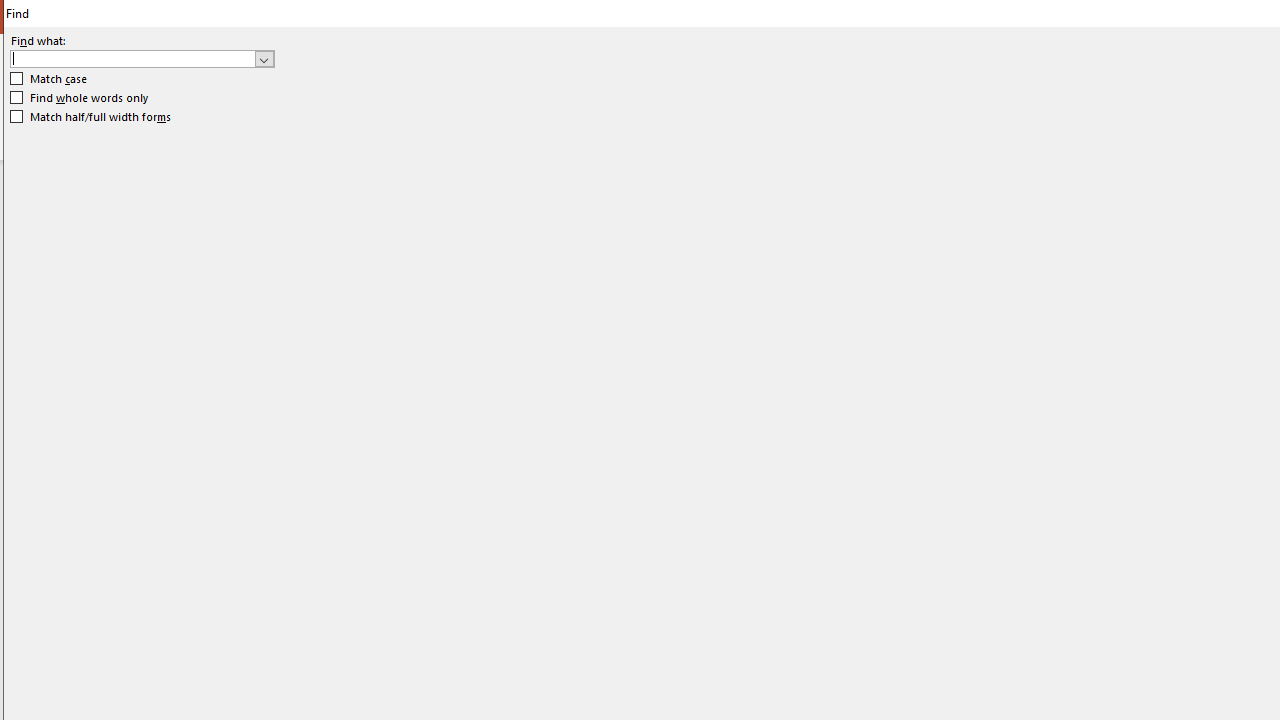 This screenshot has height=720, width=1280. Describe the element at coordinates (49, 78) in the screenshot. I see `'Match case'` at that location.